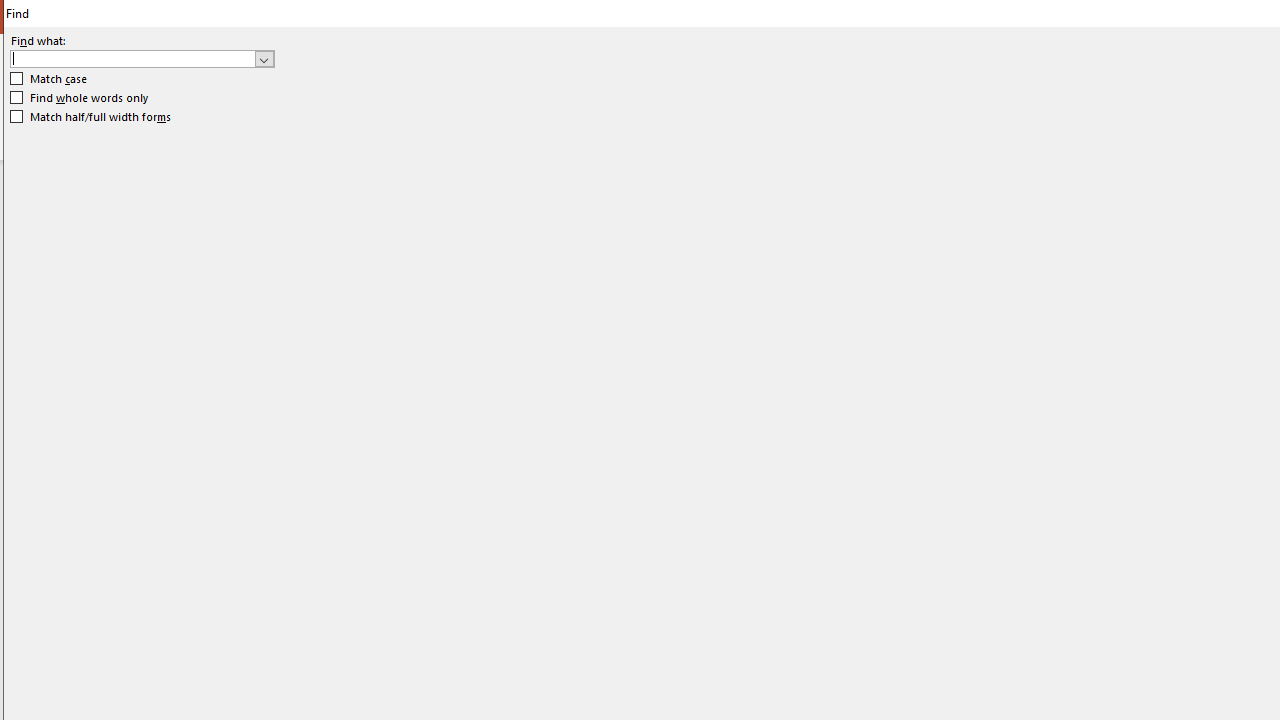 This screenshot has height=720, width=1280. Describe the element at coordinates (49, 78) in the screenshot. I see `'Match case'` at that location.